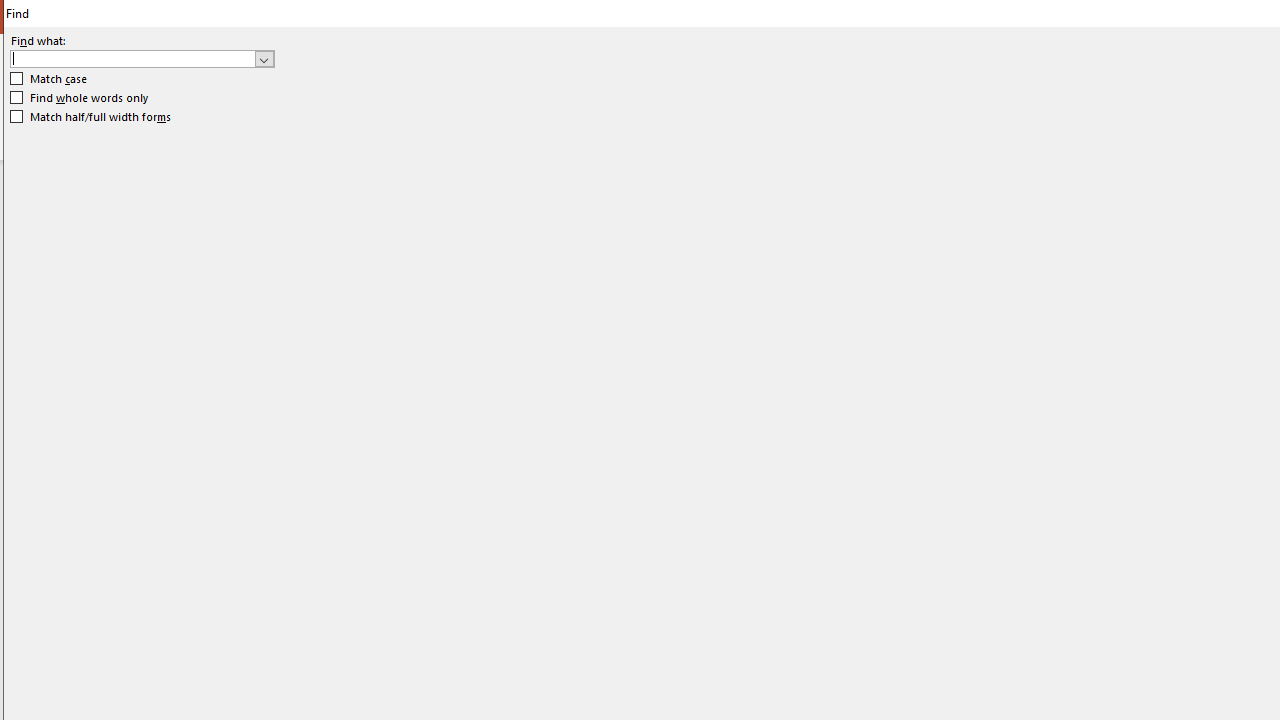 This screenshot has height=720, width=1280. Describe the element at coordinates (49, 78) in the screenshot. I see `'Match case'` at that location.